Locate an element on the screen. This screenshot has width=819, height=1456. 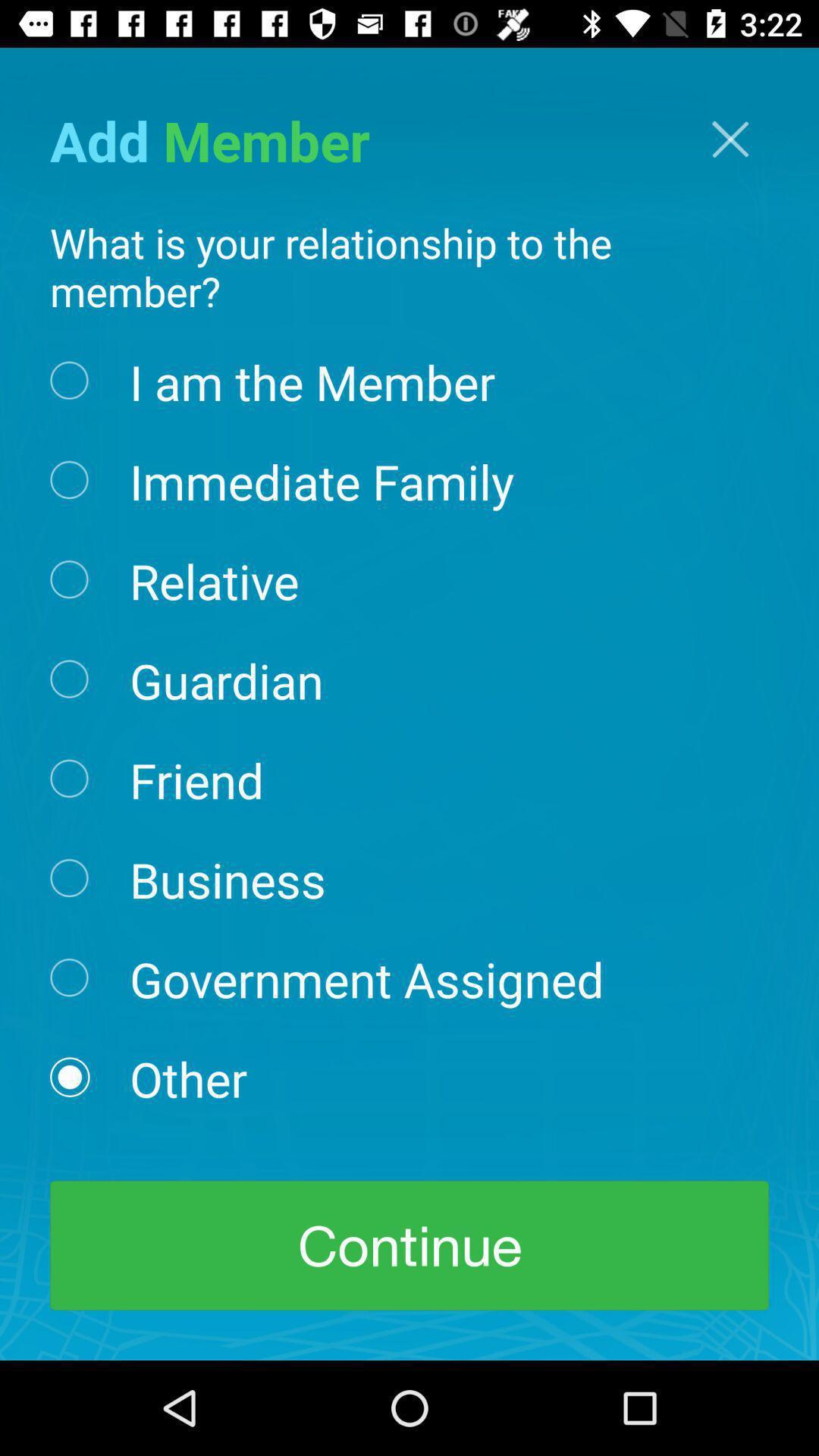
the icon below the immediate family is located at coordinates (214, 579).